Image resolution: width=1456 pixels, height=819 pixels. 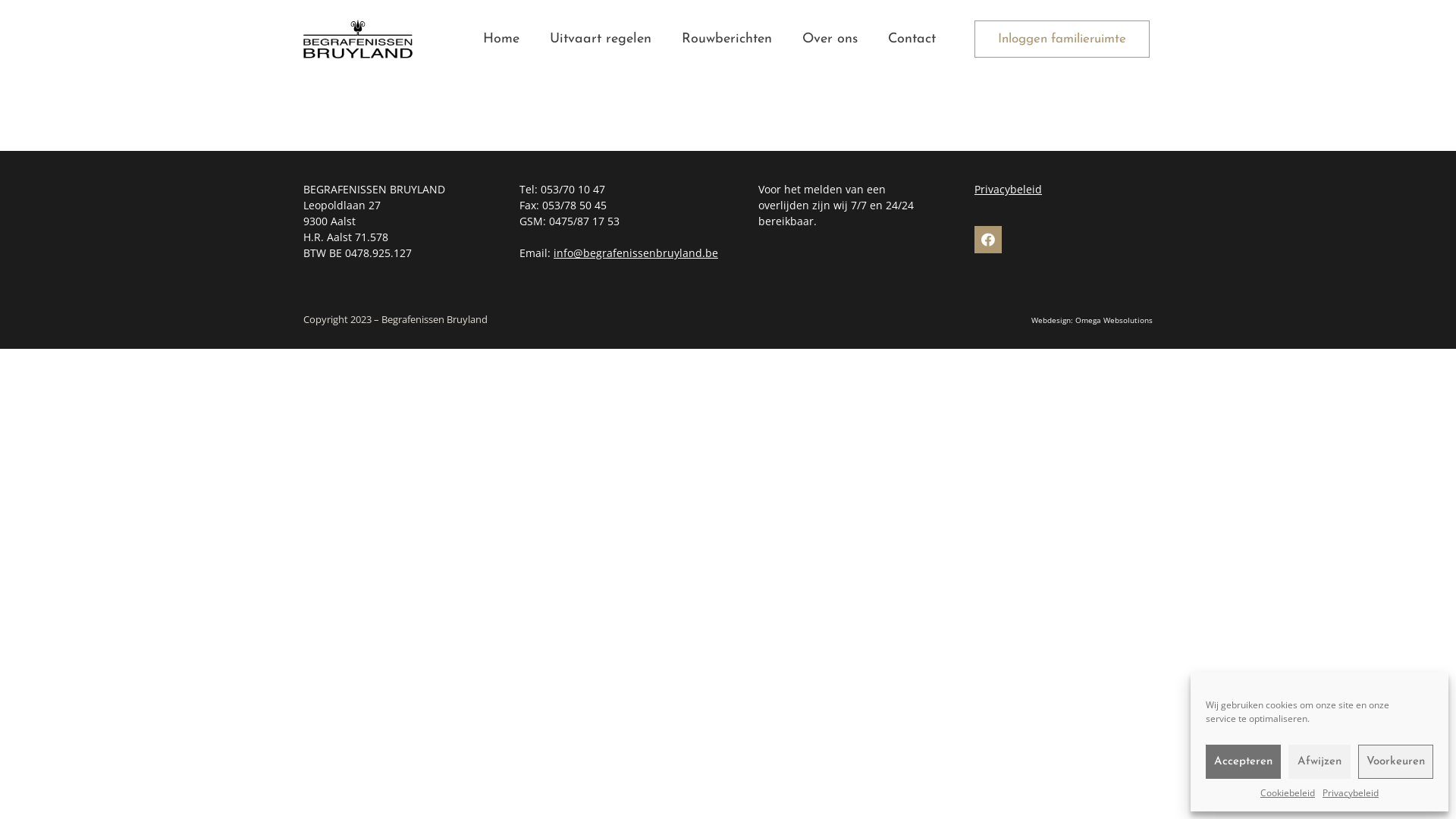 What do you see at coordinates (600, 38) in the screenshot?
I see `'Uitvaart regelen'` at bounding box center [600, 38].